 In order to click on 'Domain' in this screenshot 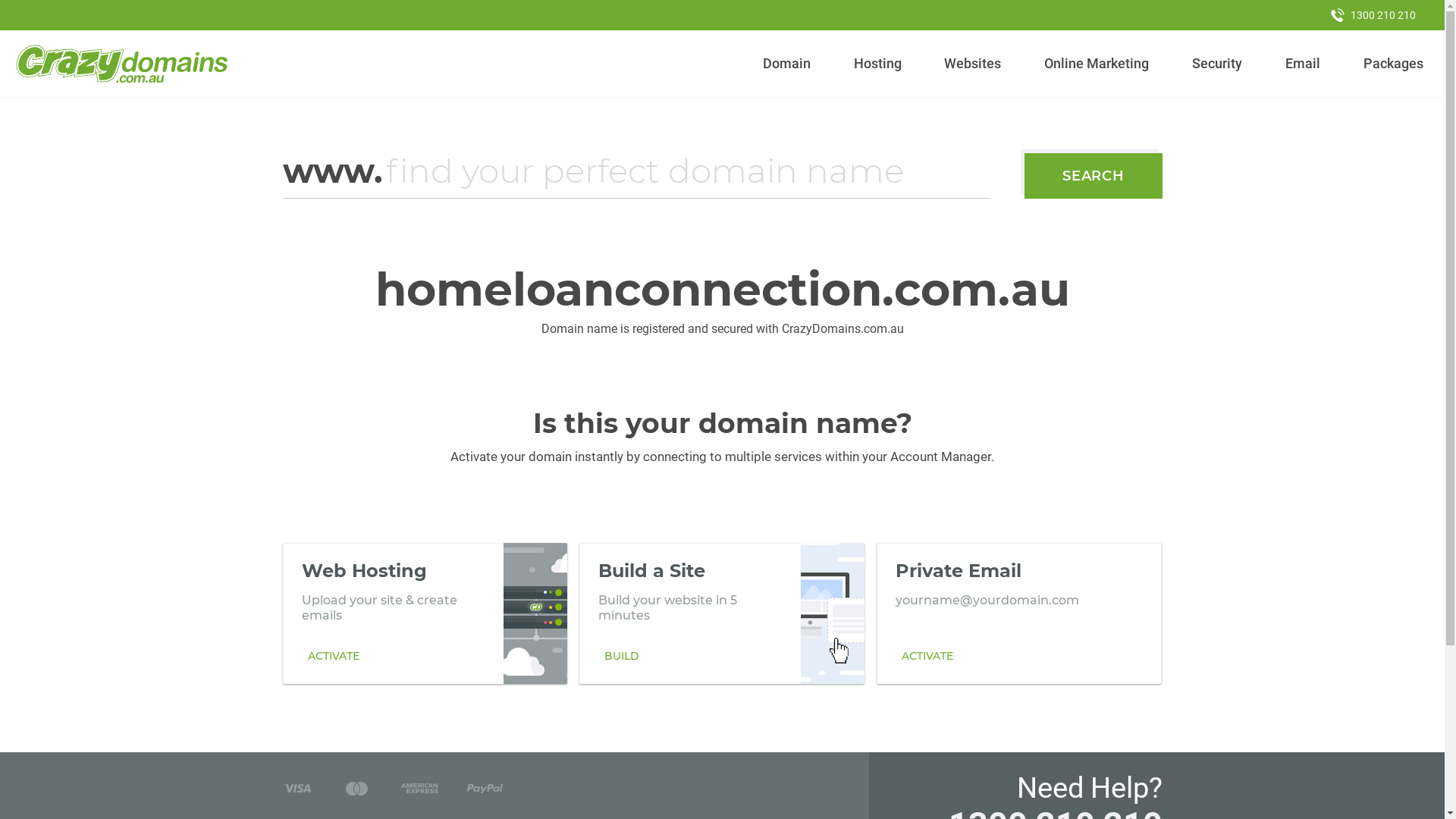, I will do `click(786, 63)`.